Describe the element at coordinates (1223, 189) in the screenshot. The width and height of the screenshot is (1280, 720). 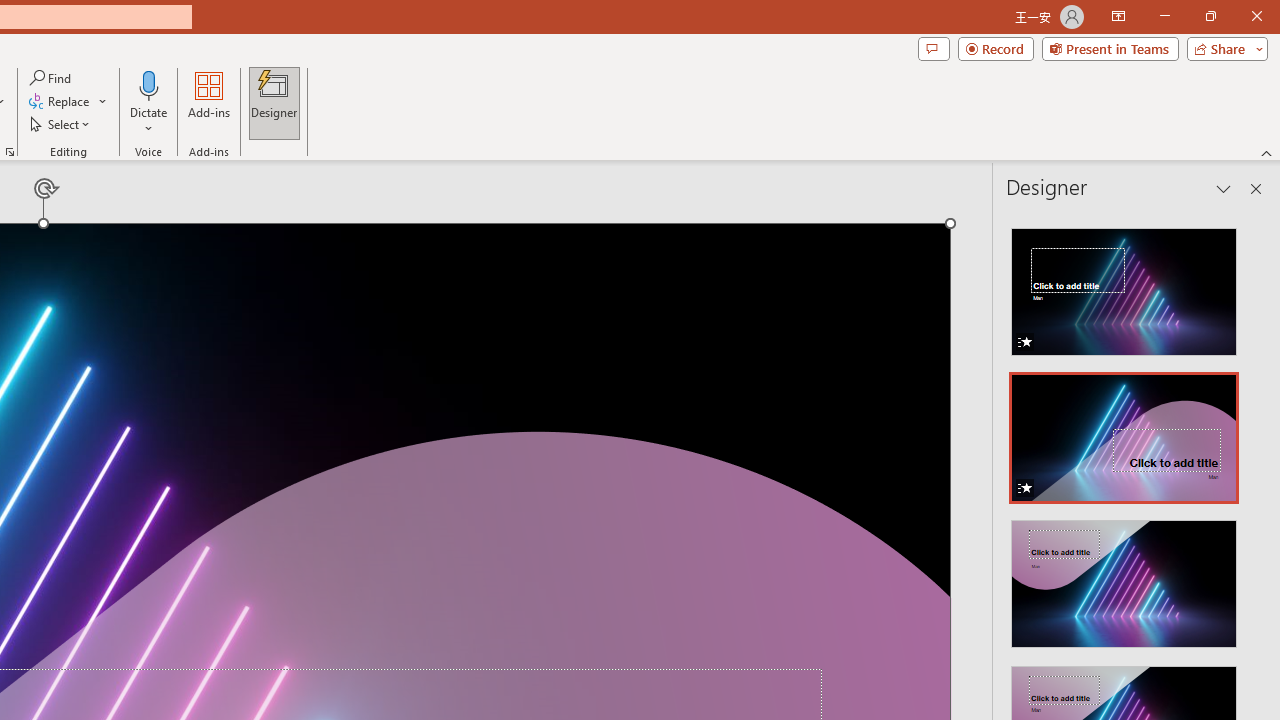
I see `'Task Pane Options'` at that location.